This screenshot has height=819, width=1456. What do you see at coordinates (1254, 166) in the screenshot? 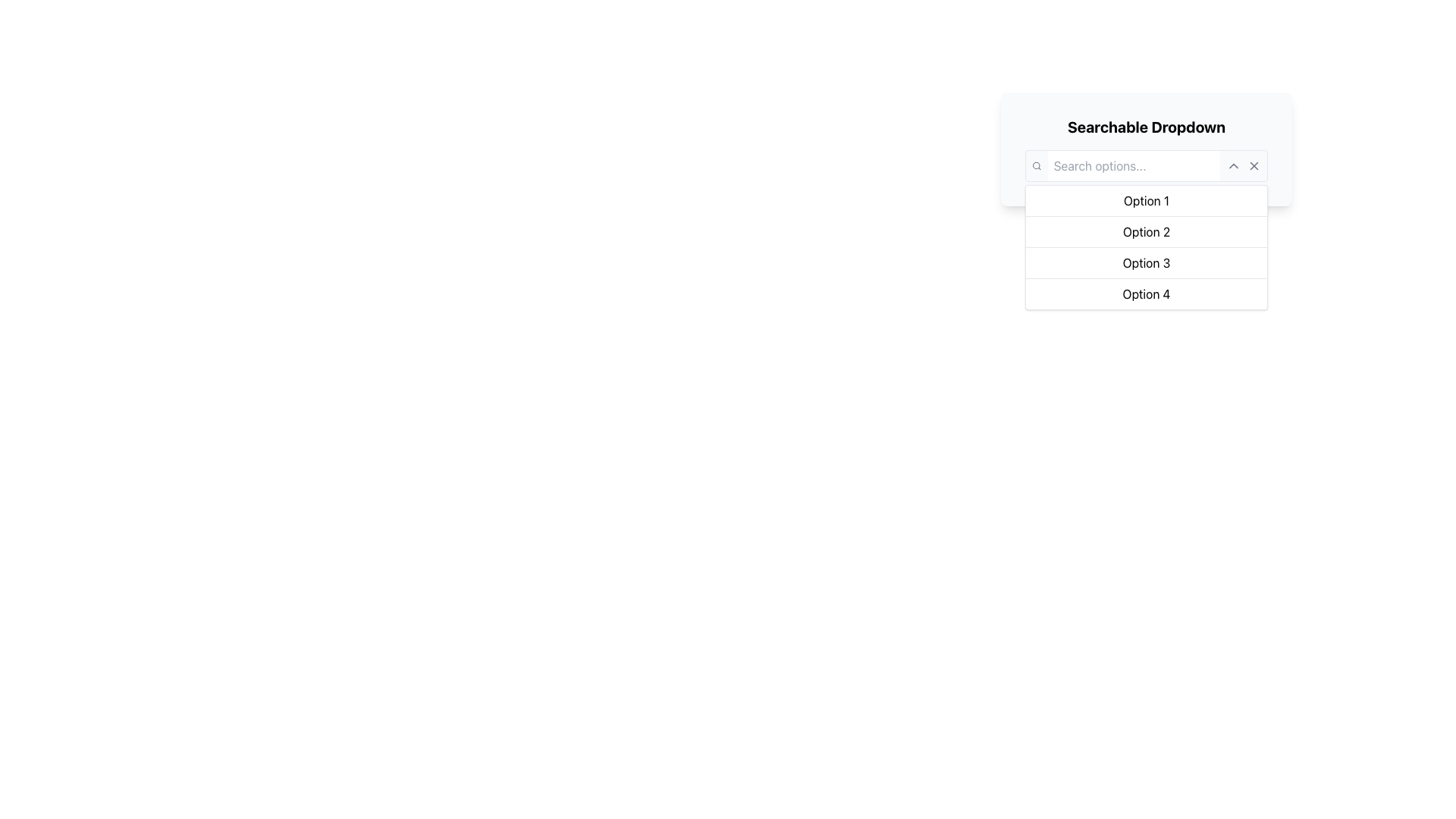
I see `the gray diagonal cross ('X') icon located in the top-right corner of the dropdown menu` at bounding box center [1254, 166].